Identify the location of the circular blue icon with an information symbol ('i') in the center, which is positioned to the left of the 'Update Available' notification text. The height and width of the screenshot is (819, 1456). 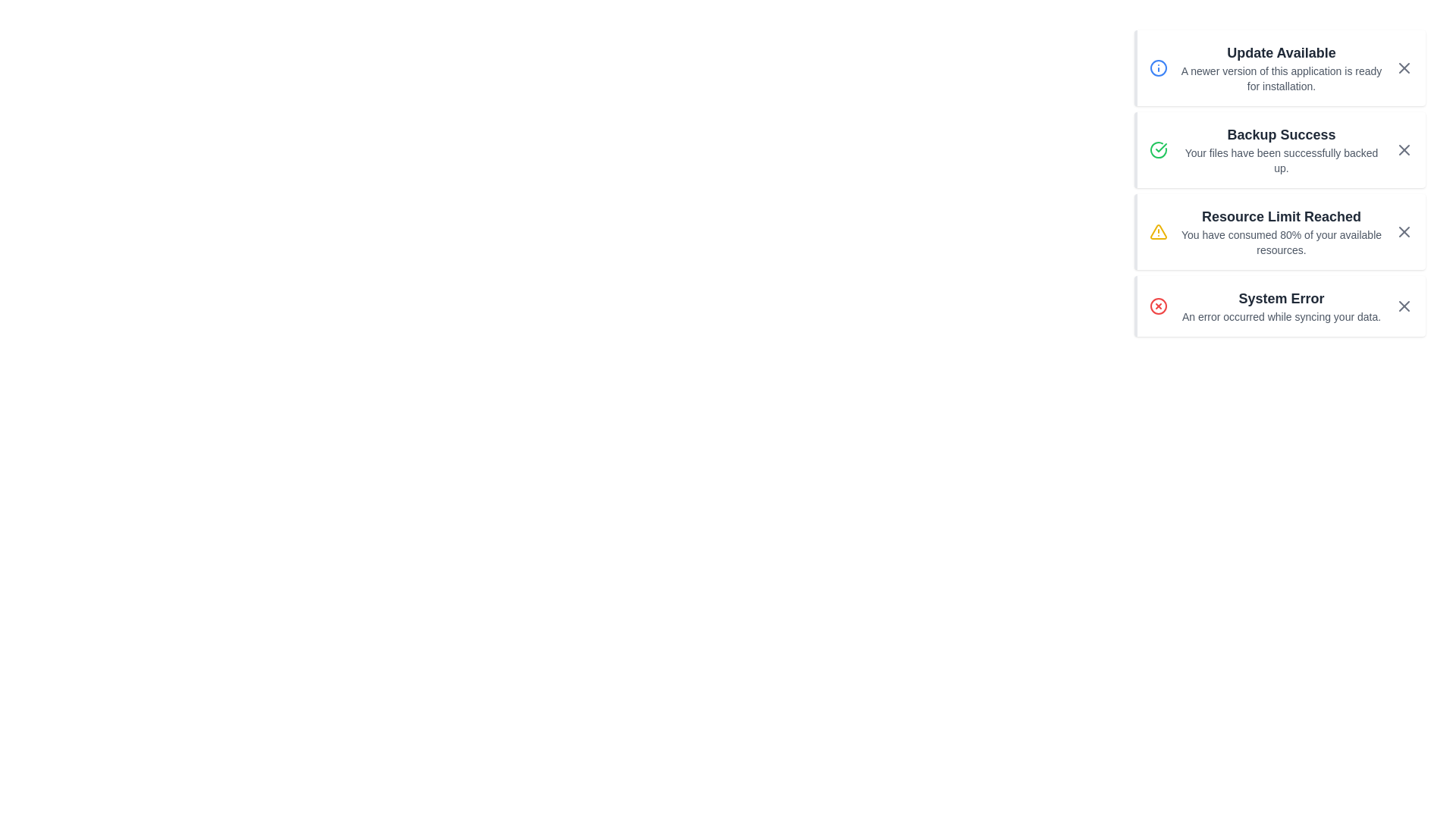
(1157, 67).